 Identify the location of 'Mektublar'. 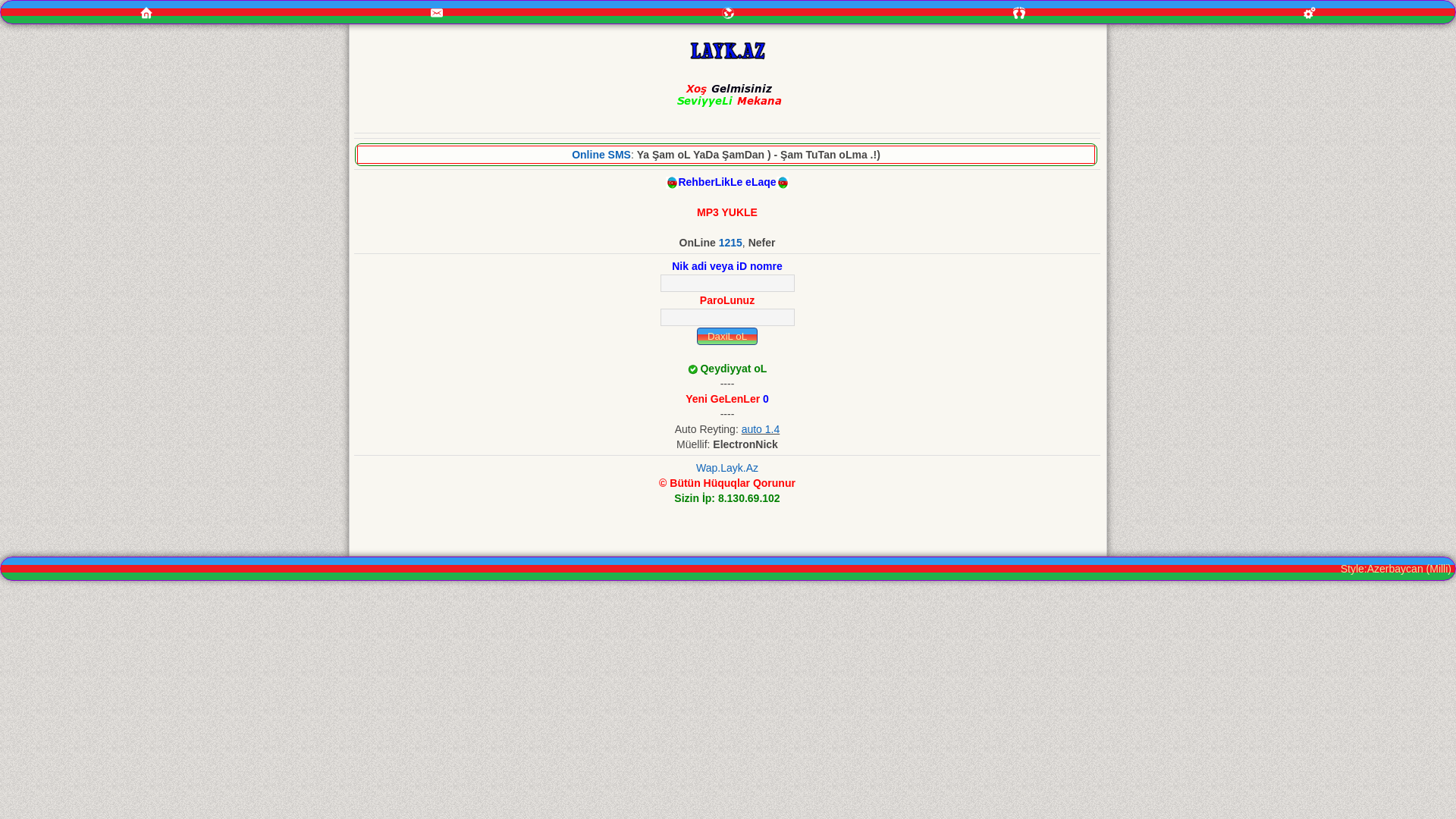
(728, 12).